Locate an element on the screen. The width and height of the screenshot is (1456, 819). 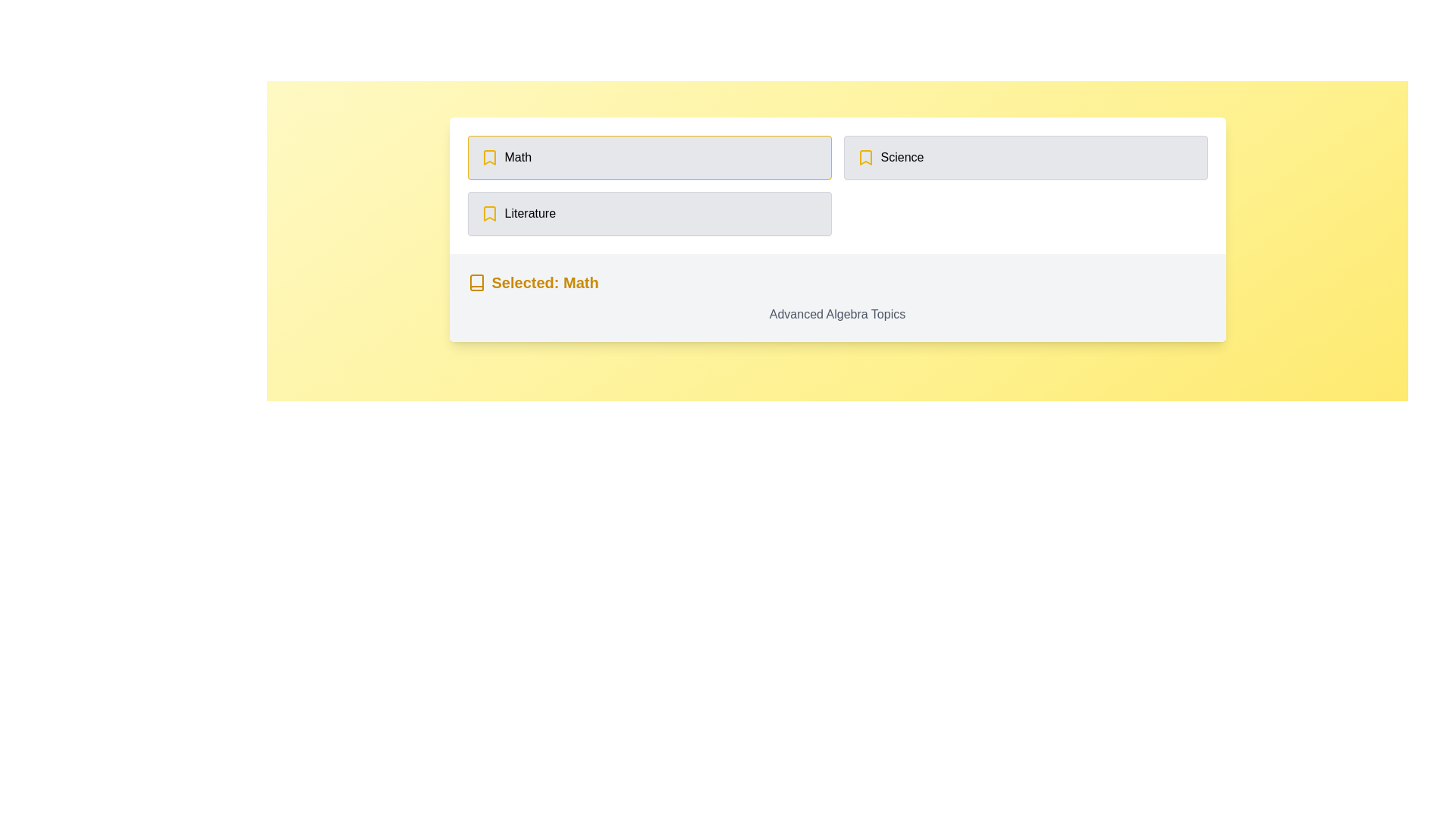
the 'Math' category selectable button to trigger the hover effect is located at coordinates (649, 158).